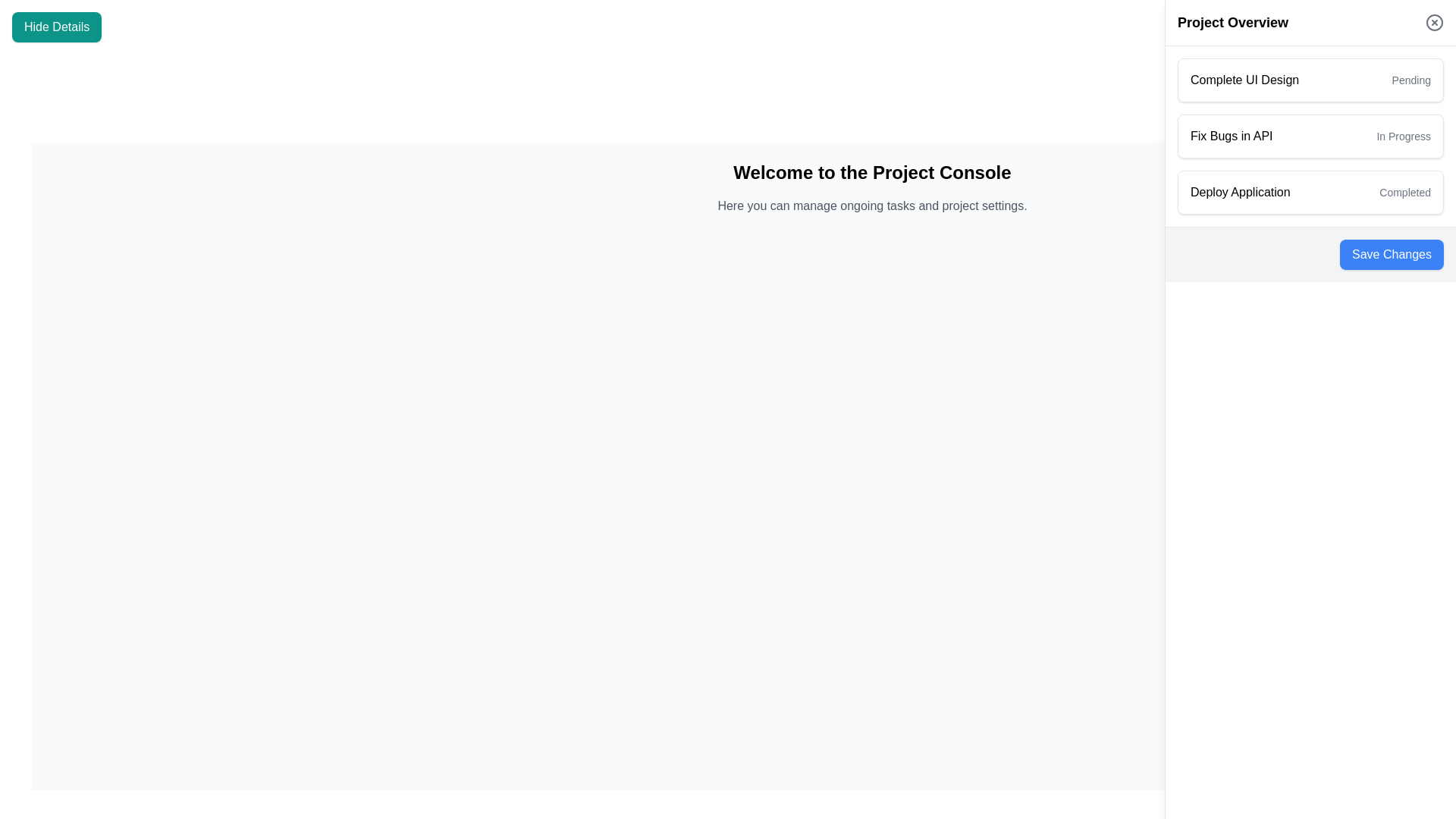 This screenshot has width=1456, height=819. What do you see at coordinates (1403, 136) in the screenshot?
I see `the status label displaying 'In Progress' in light gray color, located next to the 'Fix Bugs in API' item in the 'Project Overview' section` at bounding box center [1403, 136].